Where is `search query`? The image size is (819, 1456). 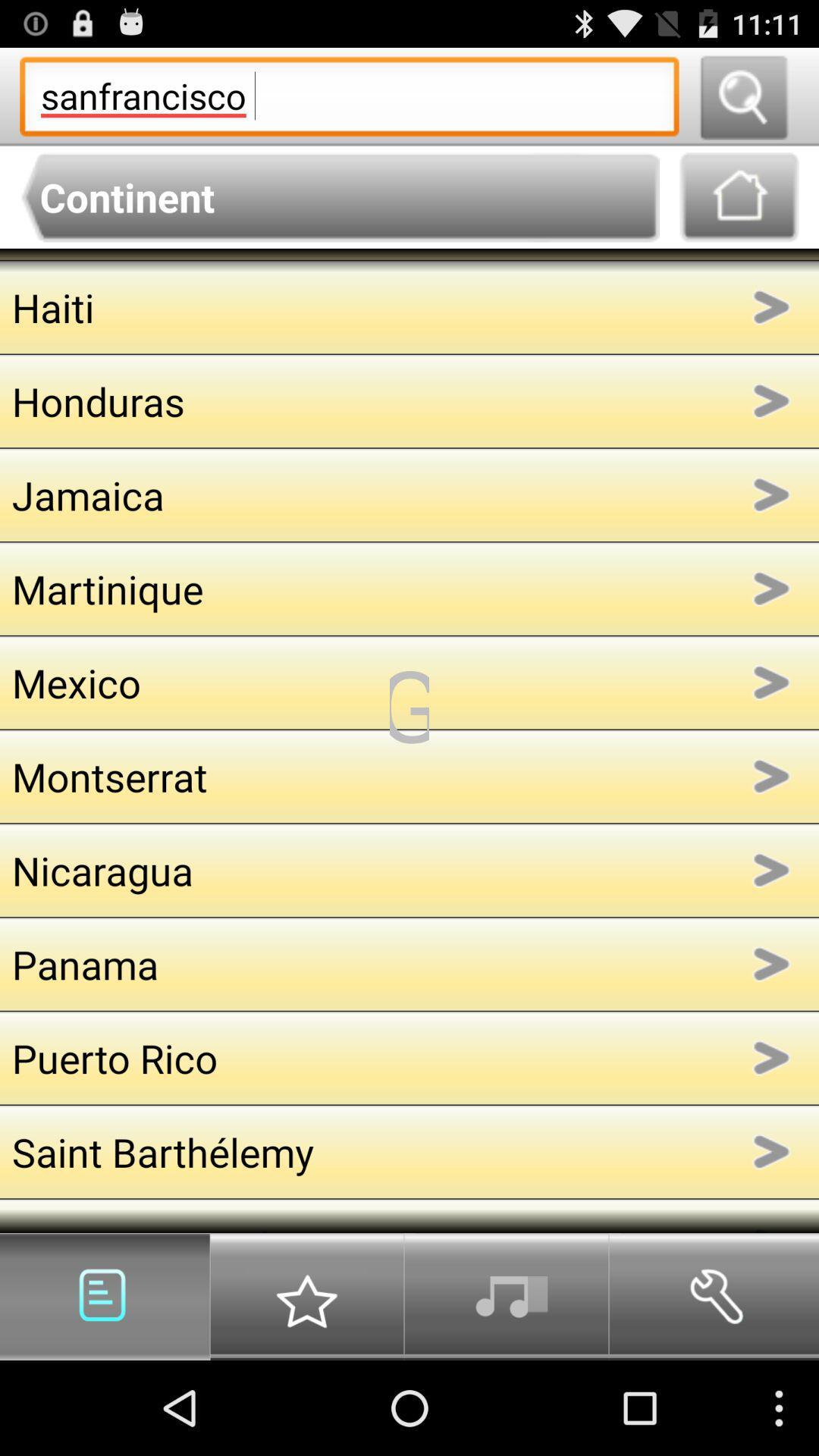 search query is located at coordinates (742, 96).